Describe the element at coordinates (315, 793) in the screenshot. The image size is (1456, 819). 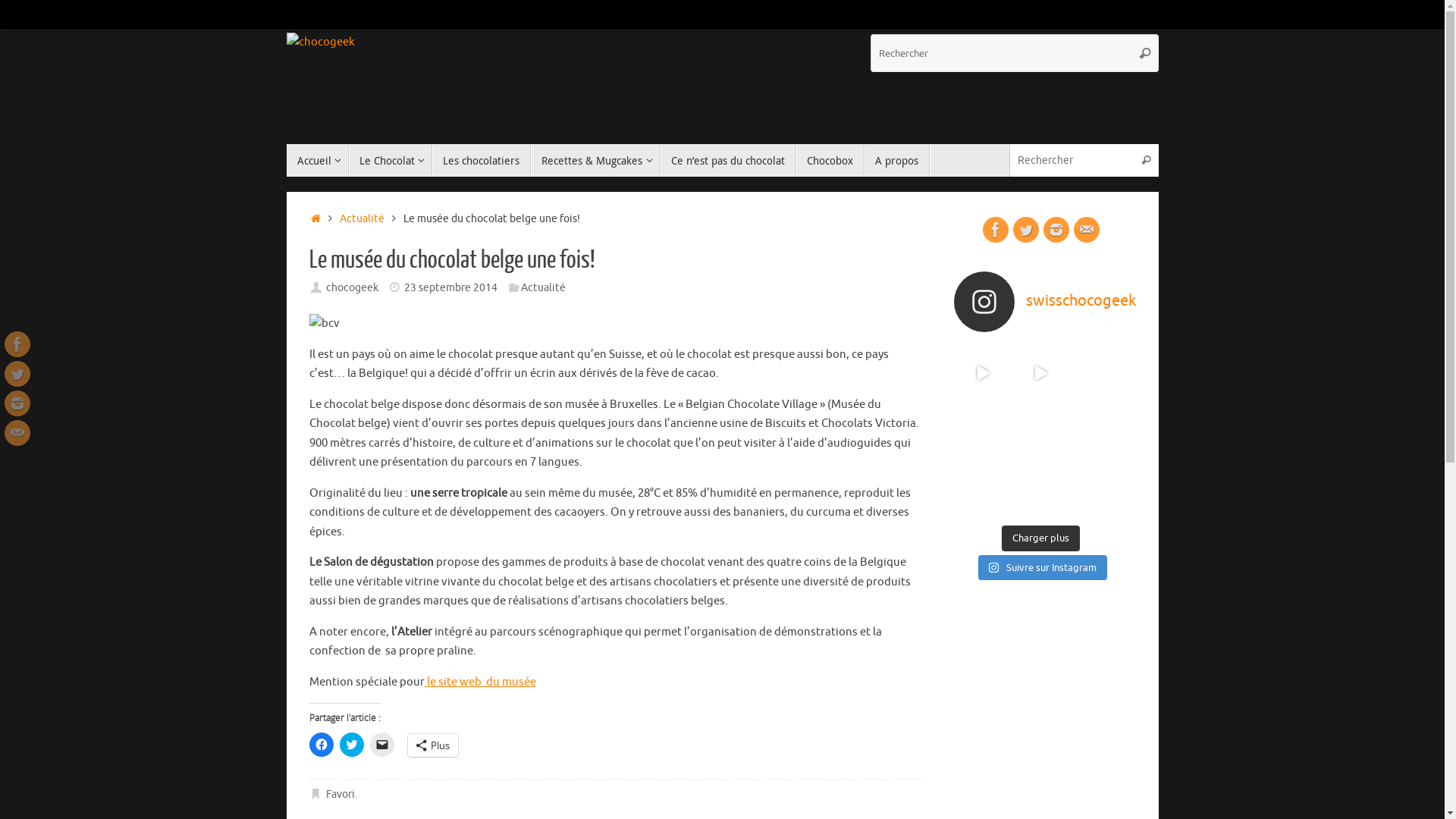
I see `' Ajouter le permalien aux favoris'` at that location.